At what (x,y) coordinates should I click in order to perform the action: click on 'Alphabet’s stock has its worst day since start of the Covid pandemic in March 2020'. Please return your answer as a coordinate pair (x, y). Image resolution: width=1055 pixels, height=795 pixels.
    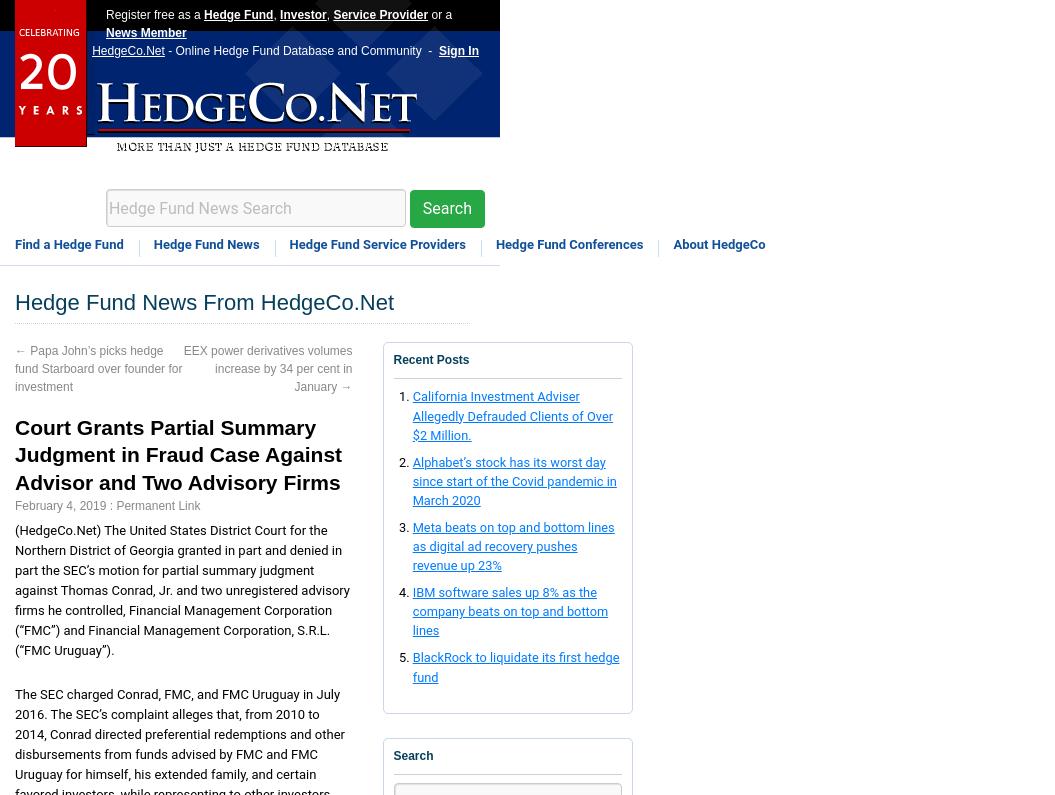
    Looking at the image, I should click on (410, 480).